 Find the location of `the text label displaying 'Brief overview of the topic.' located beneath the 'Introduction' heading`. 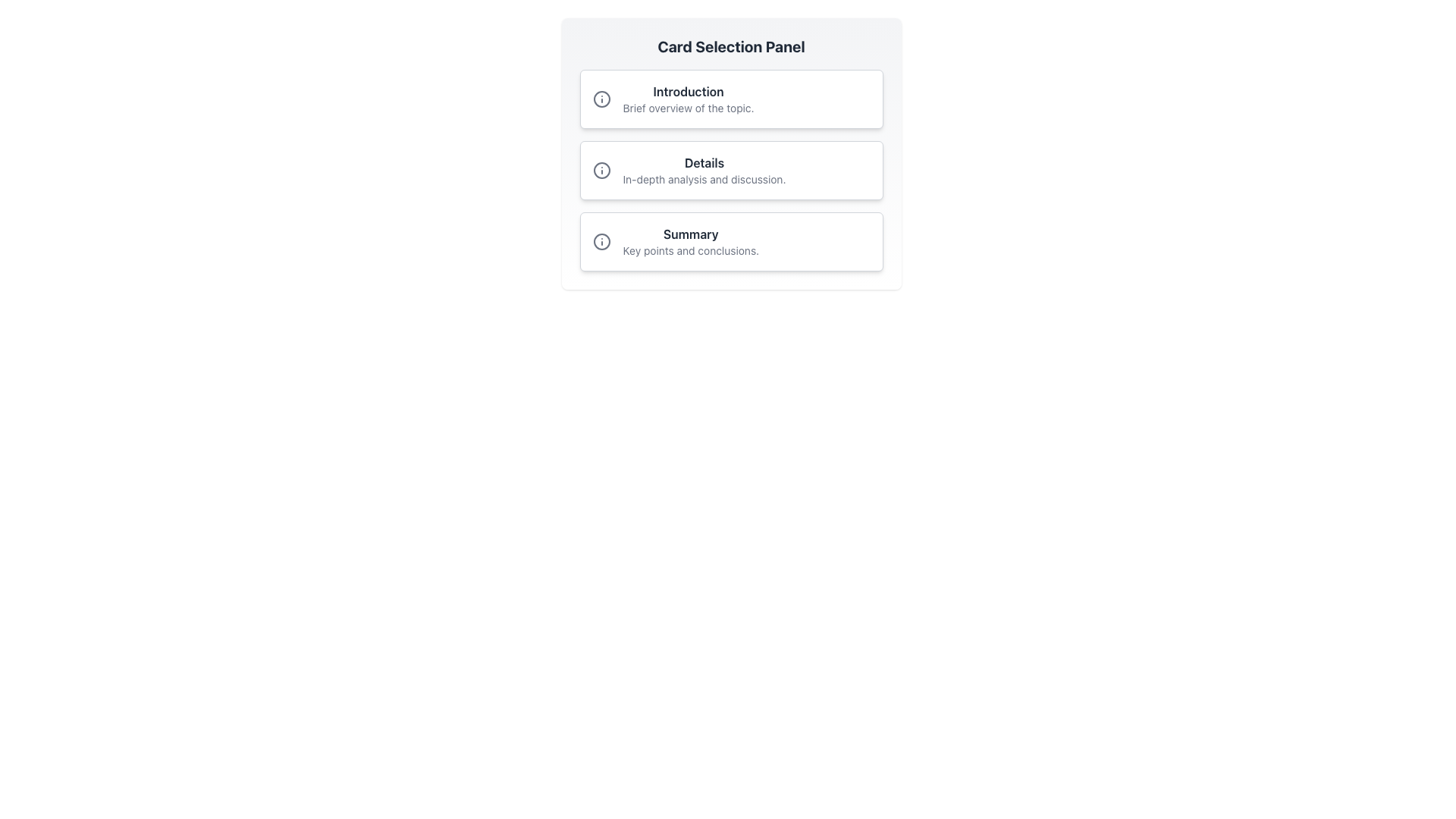

the text label displaying 'Brief overview of the topic.' located beneath the 'Introduction' heading is located at coordinates (687, 107).